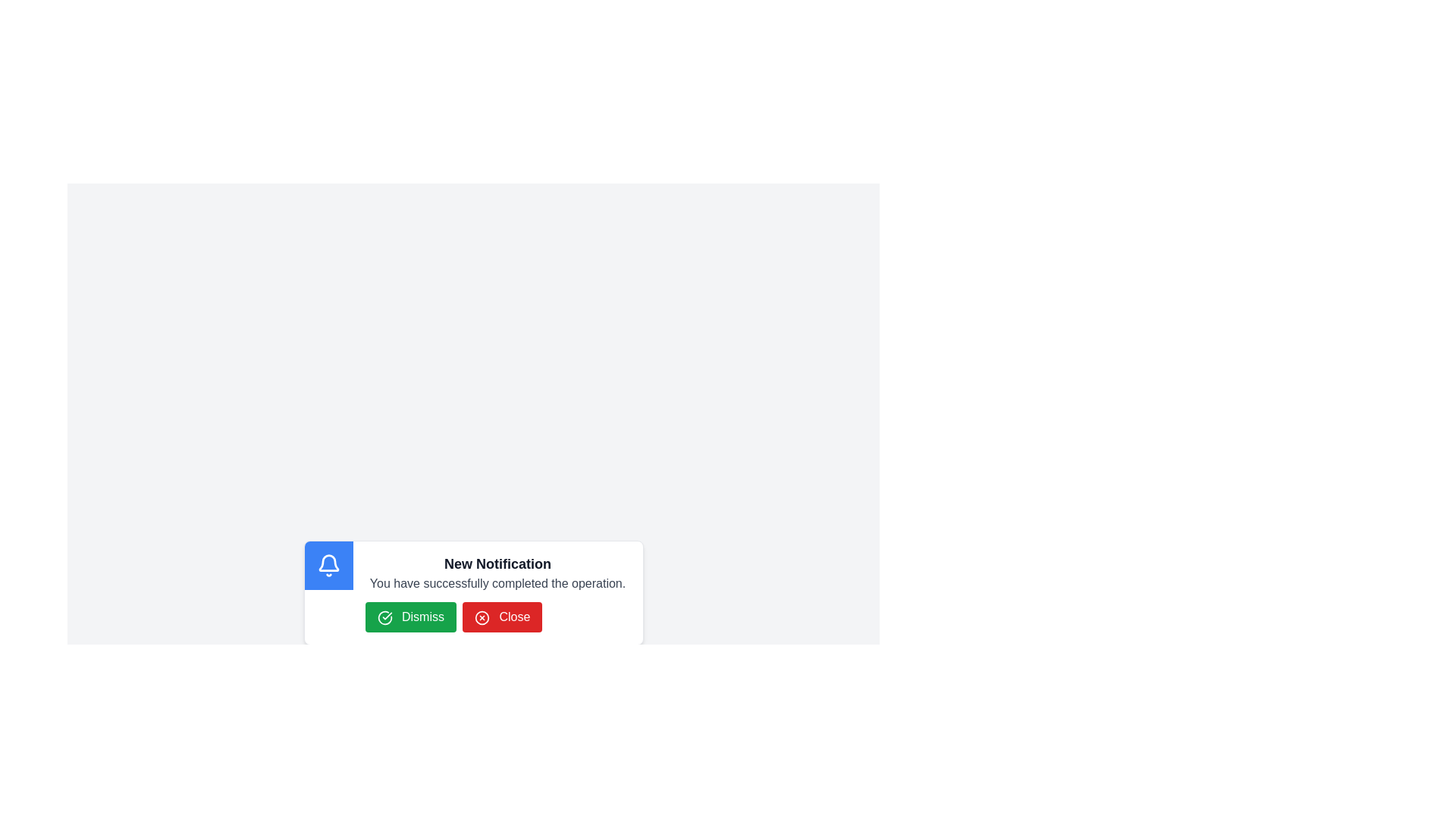  Describe the element at coordinates (481, 617) in the screenshot. I see `the decorative icon of the 'Close' button located near the lower part of the notification panel` at that location.